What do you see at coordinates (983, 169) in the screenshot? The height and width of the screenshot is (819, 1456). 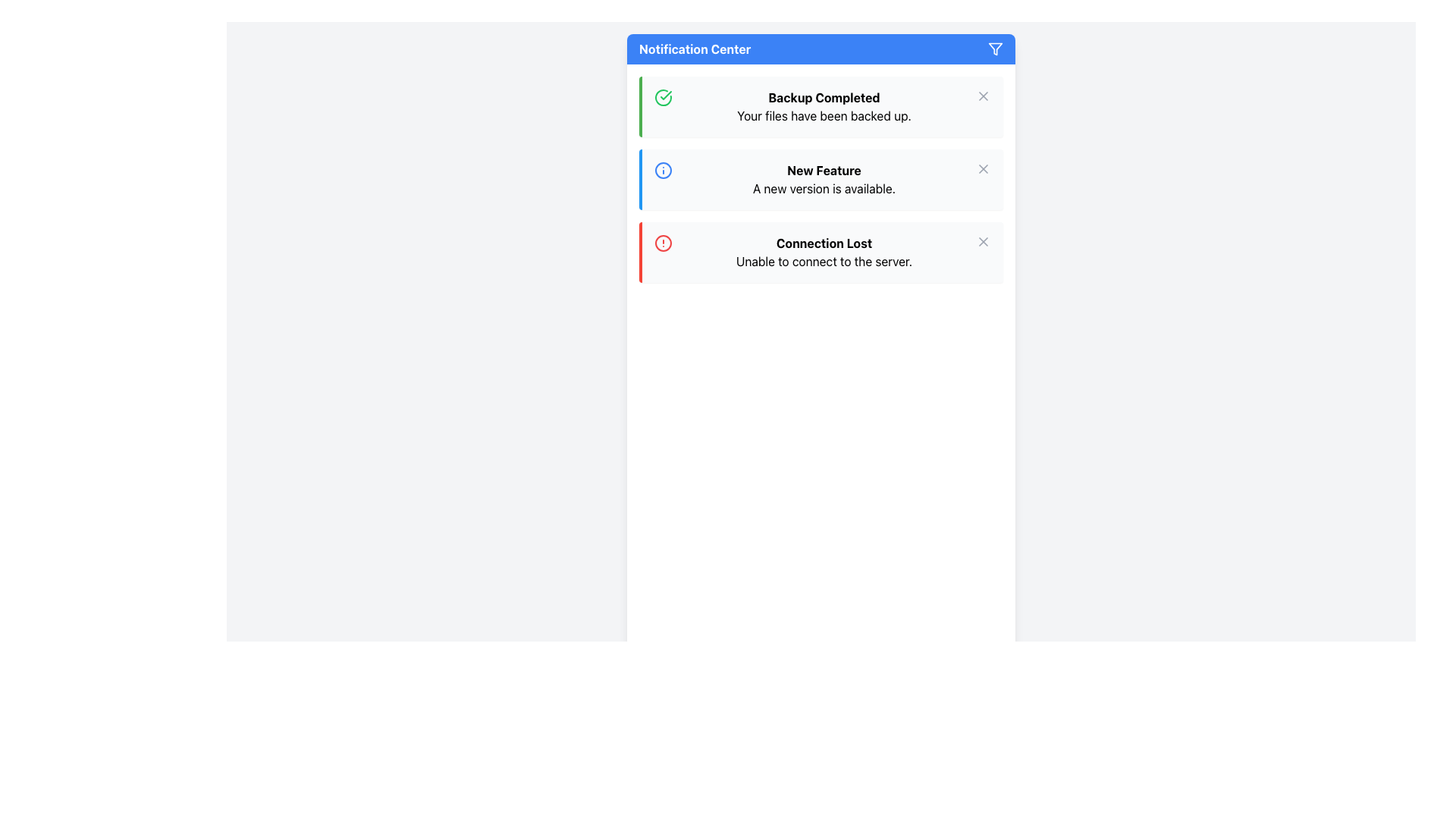 I see `the close button located in the top-right corner of the 'New Feature' notification card` at bounding box center [983, 169].